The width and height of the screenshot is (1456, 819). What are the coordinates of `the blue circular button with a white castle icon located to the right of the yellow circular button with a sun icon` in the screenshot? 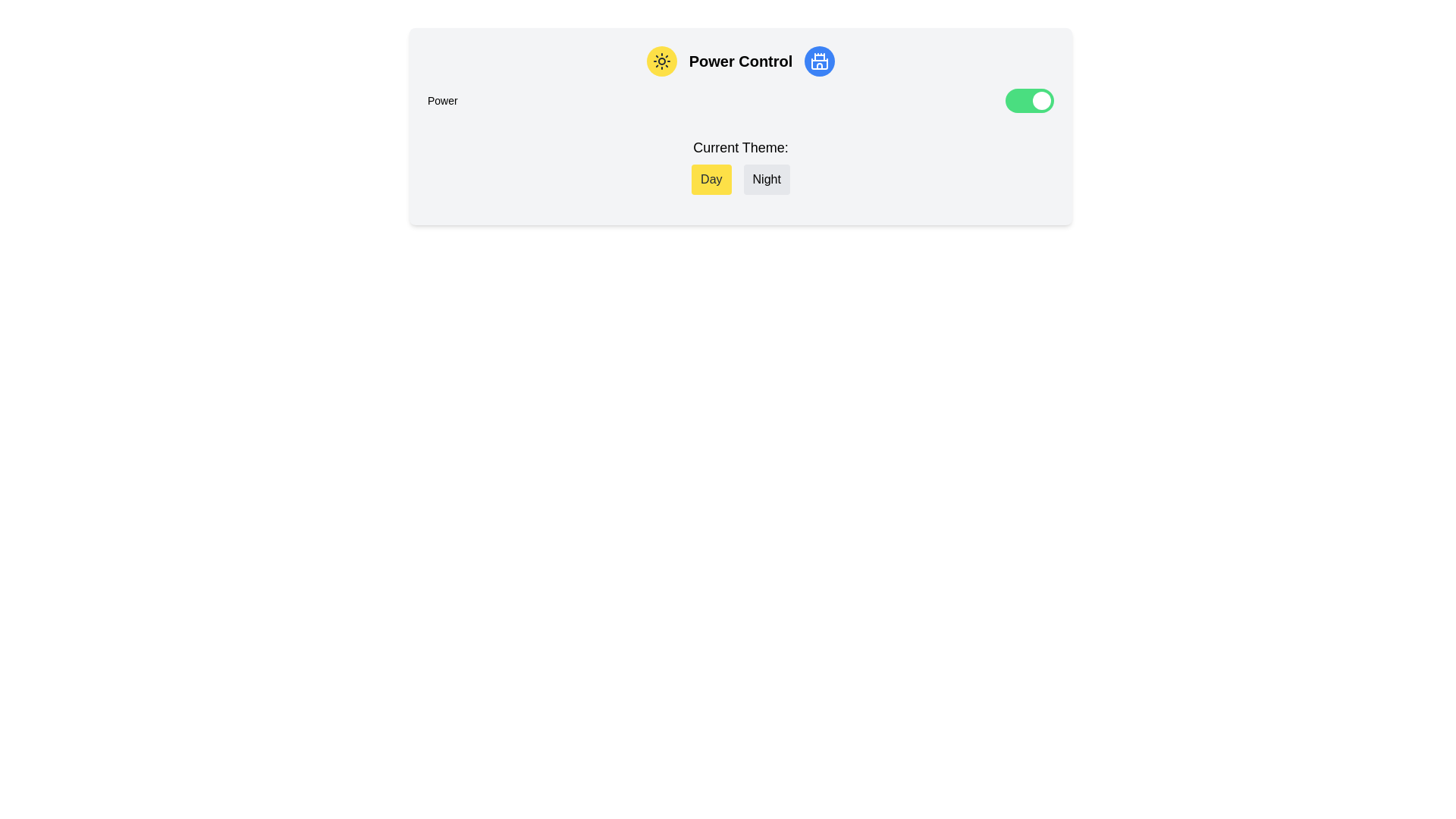 It's located at (819, 61).